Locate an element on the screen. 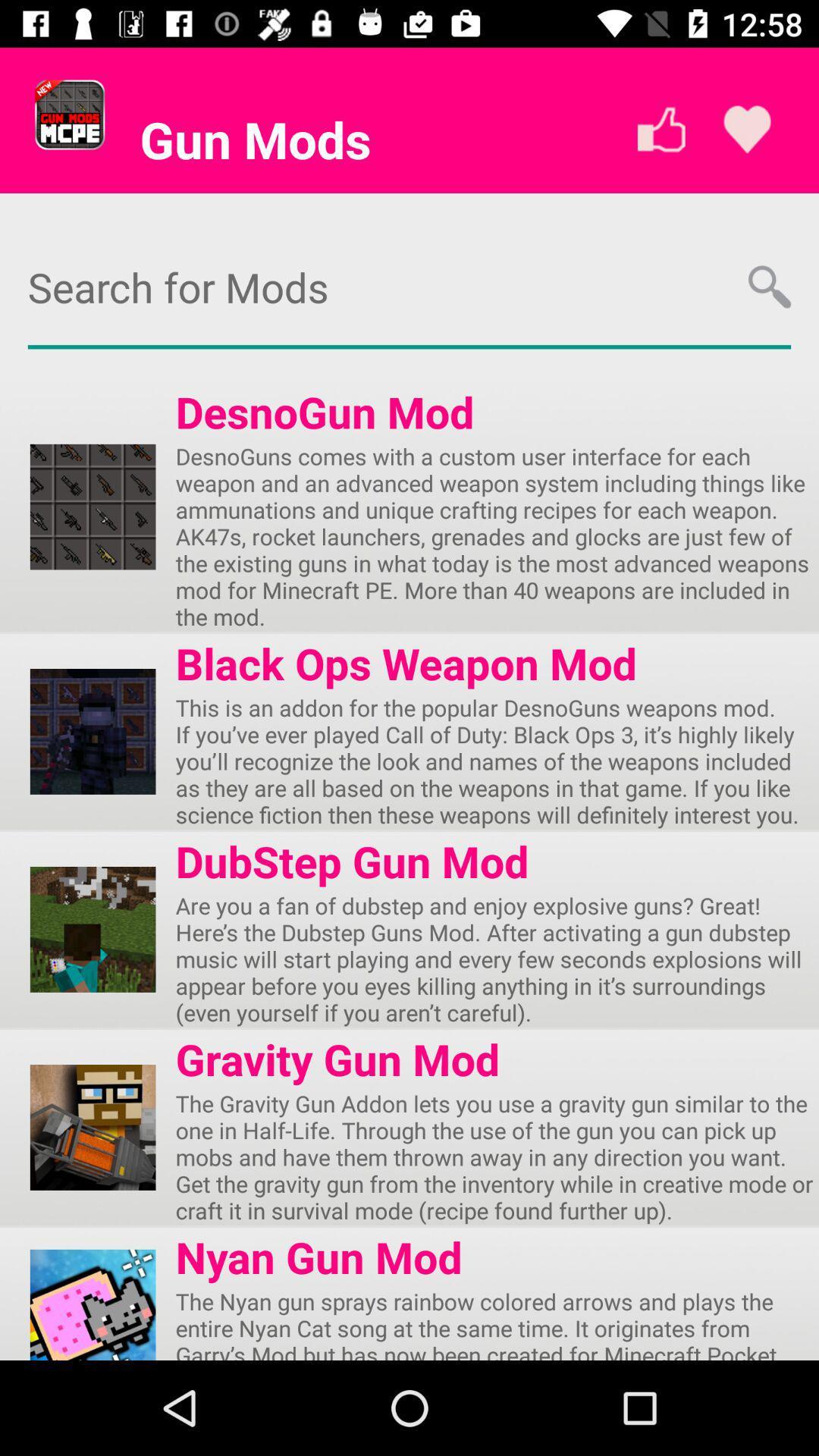 This screenshot has width=819, height=1456. app below desnogun mod icon is located at coordinates (497, 536).